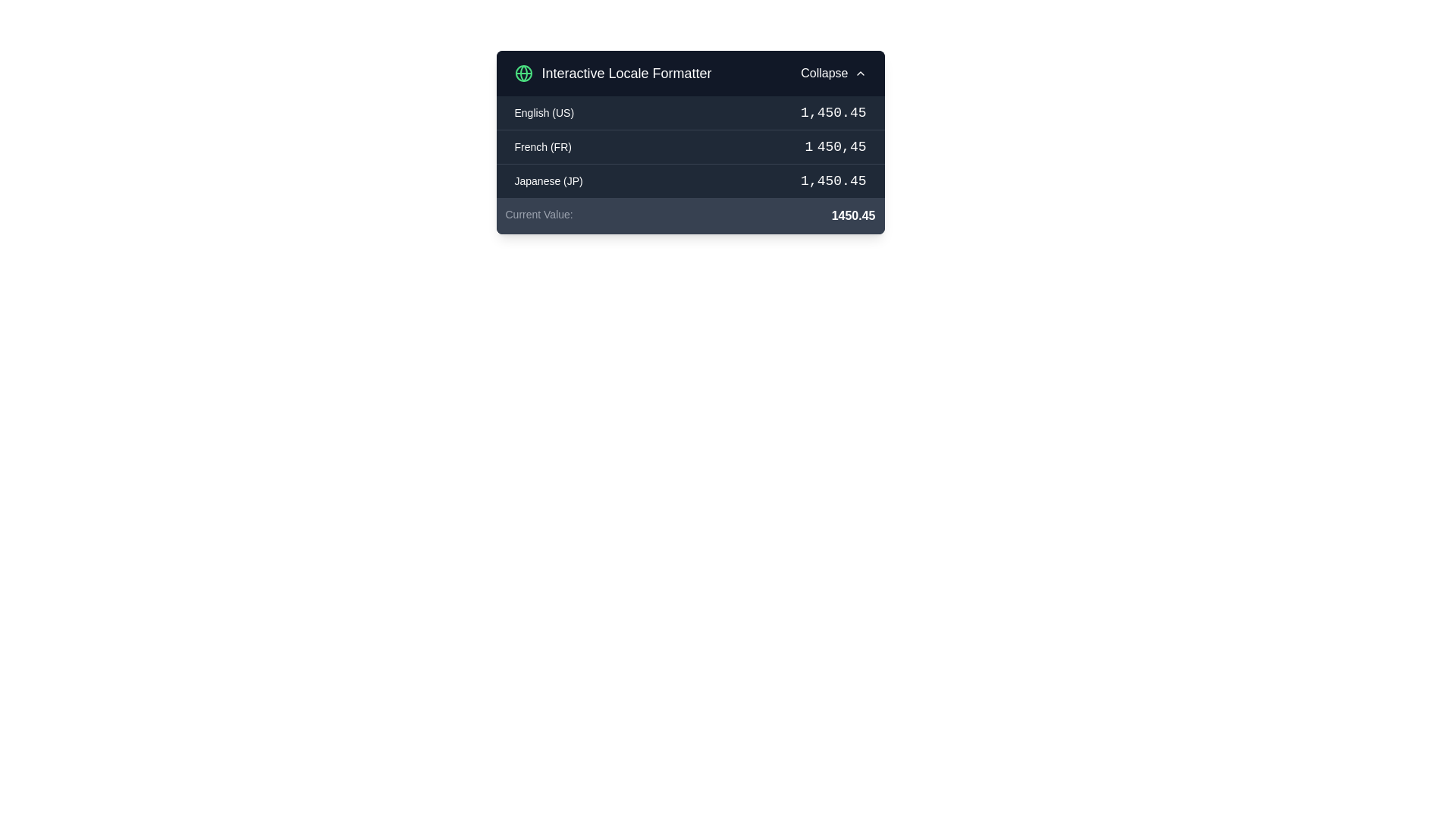  What do you see at coordinates (833, 112) in the screenshot?
I see `the static text display showing the numeric value '1,450.45', which is styled in a mono-spaced font and located at the rightmost part of the entry next to 'English (US)'` at bounding box center [833, 112].